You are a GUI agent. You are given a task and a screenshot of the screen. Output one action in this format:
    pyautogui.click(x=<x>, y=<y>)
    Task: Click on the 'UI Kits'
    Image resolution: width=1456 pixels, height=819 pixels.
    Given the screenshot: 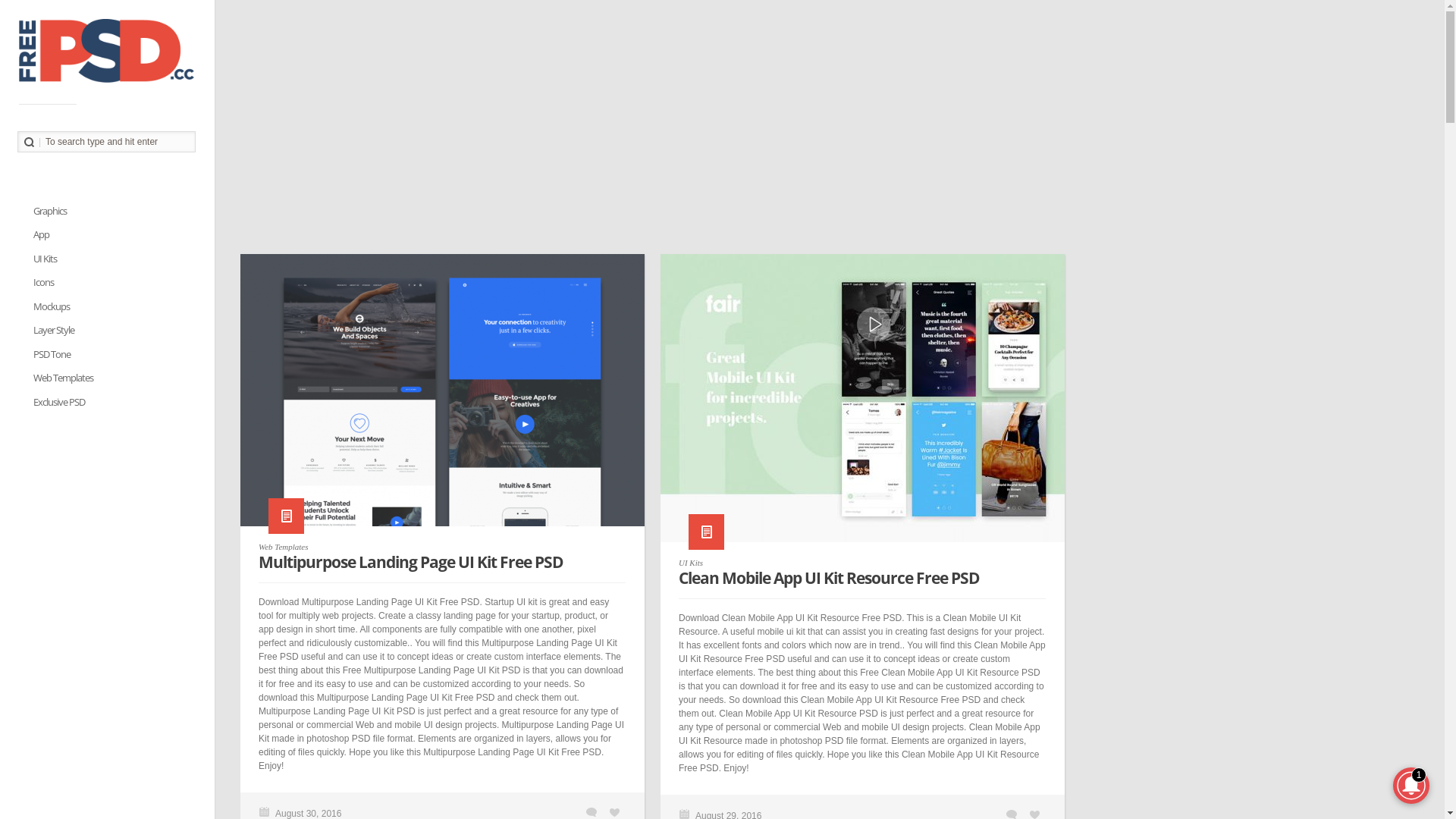 What is the action you would take?
    pyautogui.click(x=45, y=258)
    